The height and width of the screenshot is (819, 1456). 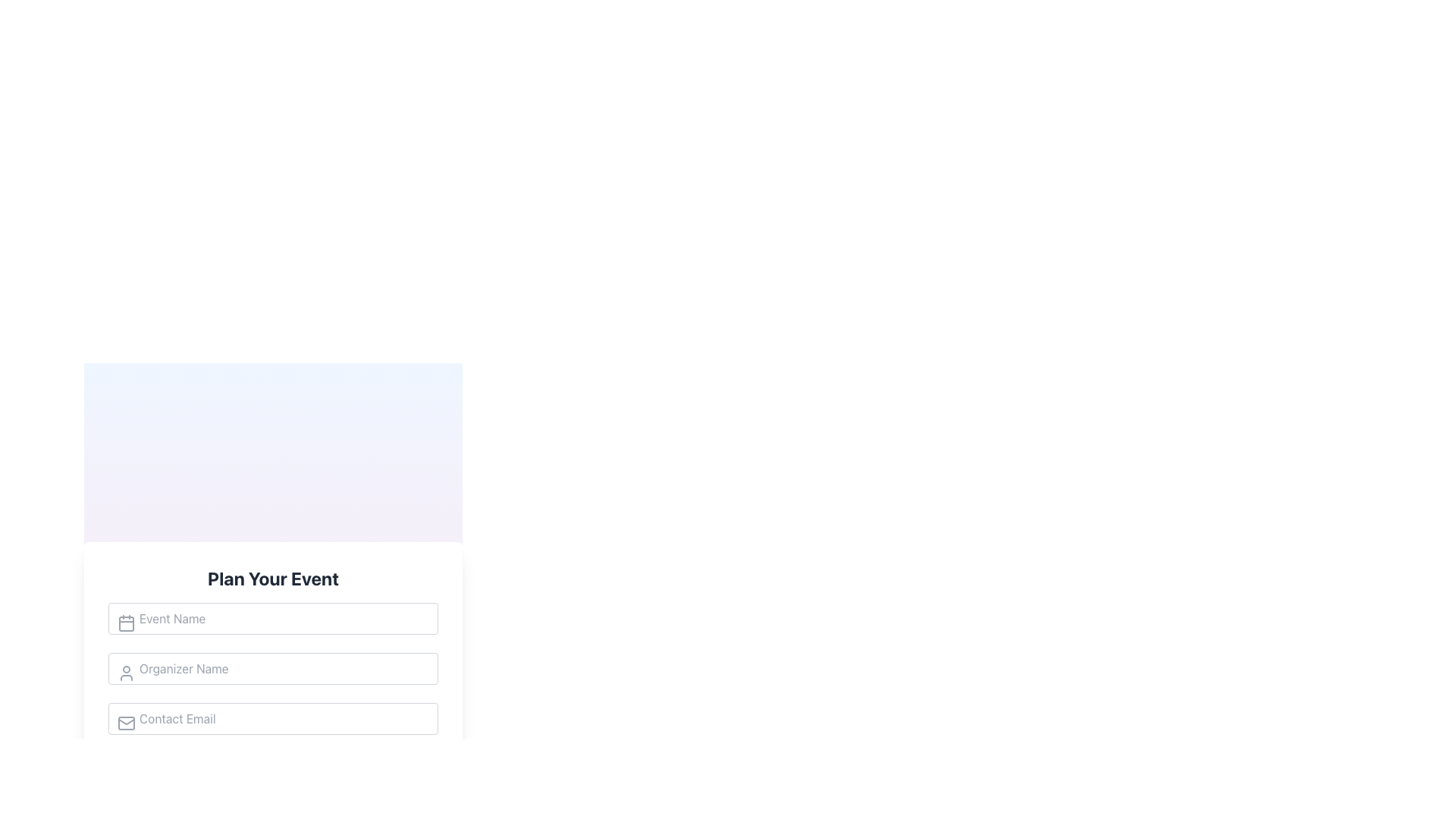 What do you see at coordinates (127, 722) in the screenshot?
I see `the decorative icon located at the left inside the 'Contact Email' input field to indicate its purpose for email entry` at bounding box center [127, 722].